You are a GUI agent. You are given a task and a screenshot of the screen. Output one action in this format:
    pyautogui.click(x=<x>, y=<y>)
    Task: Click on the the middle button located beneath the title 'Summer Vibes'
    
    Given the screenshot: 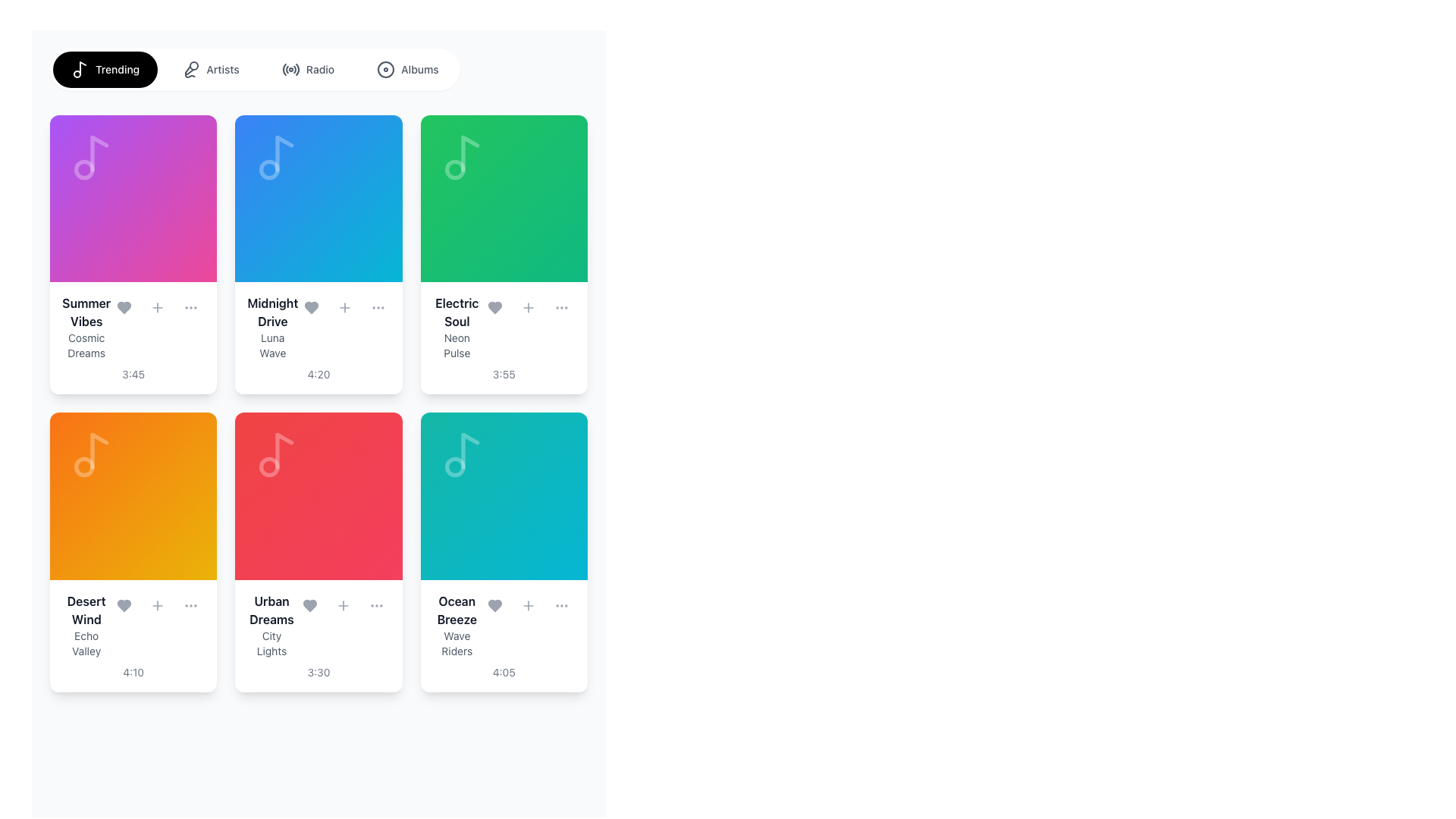 What is the action you would take?
    pyautogui.click(x=158, y=307)
    